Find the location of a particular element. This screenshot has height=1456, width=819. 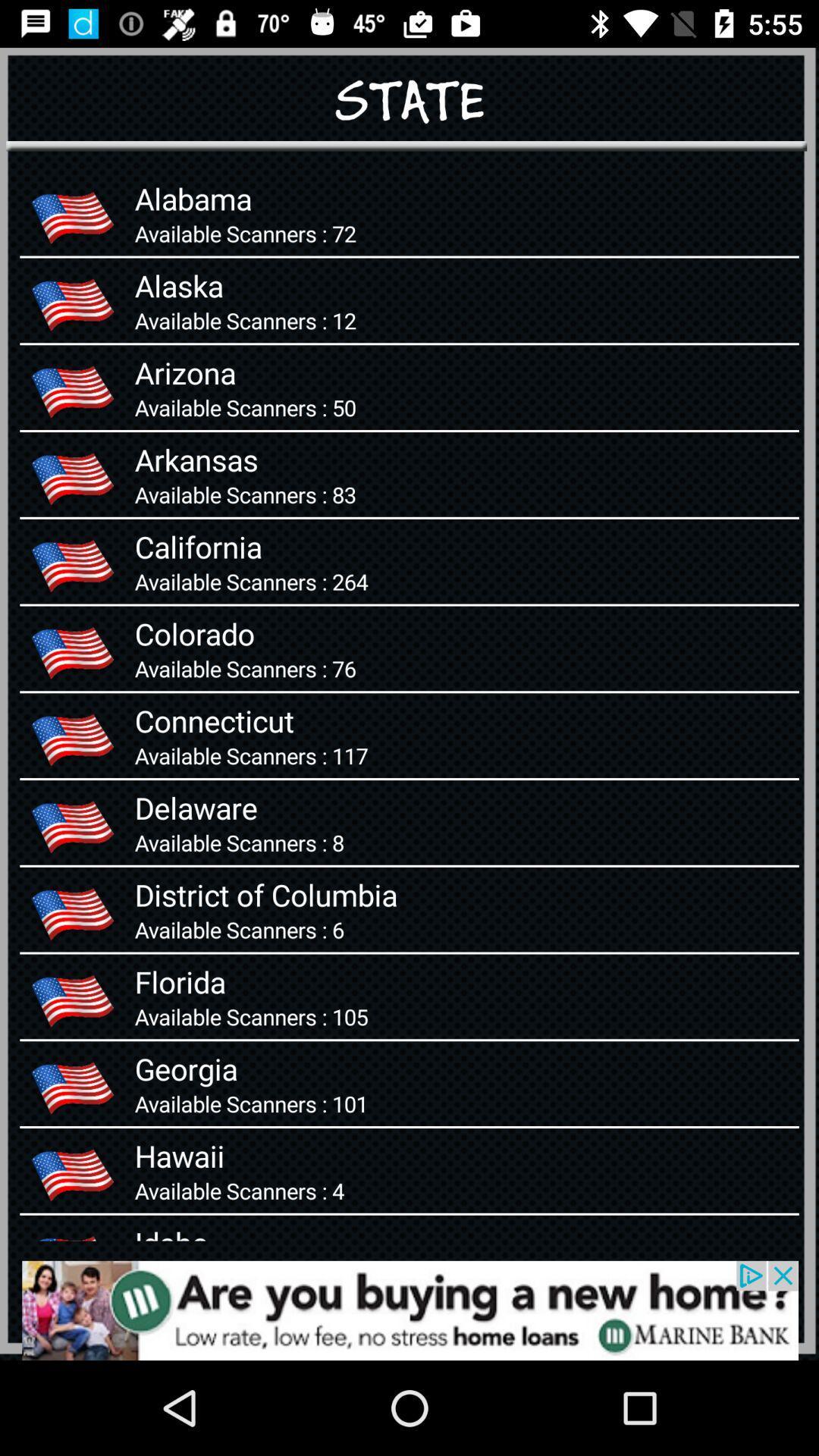

the flag beside florida is located at coordinates (73, 996).